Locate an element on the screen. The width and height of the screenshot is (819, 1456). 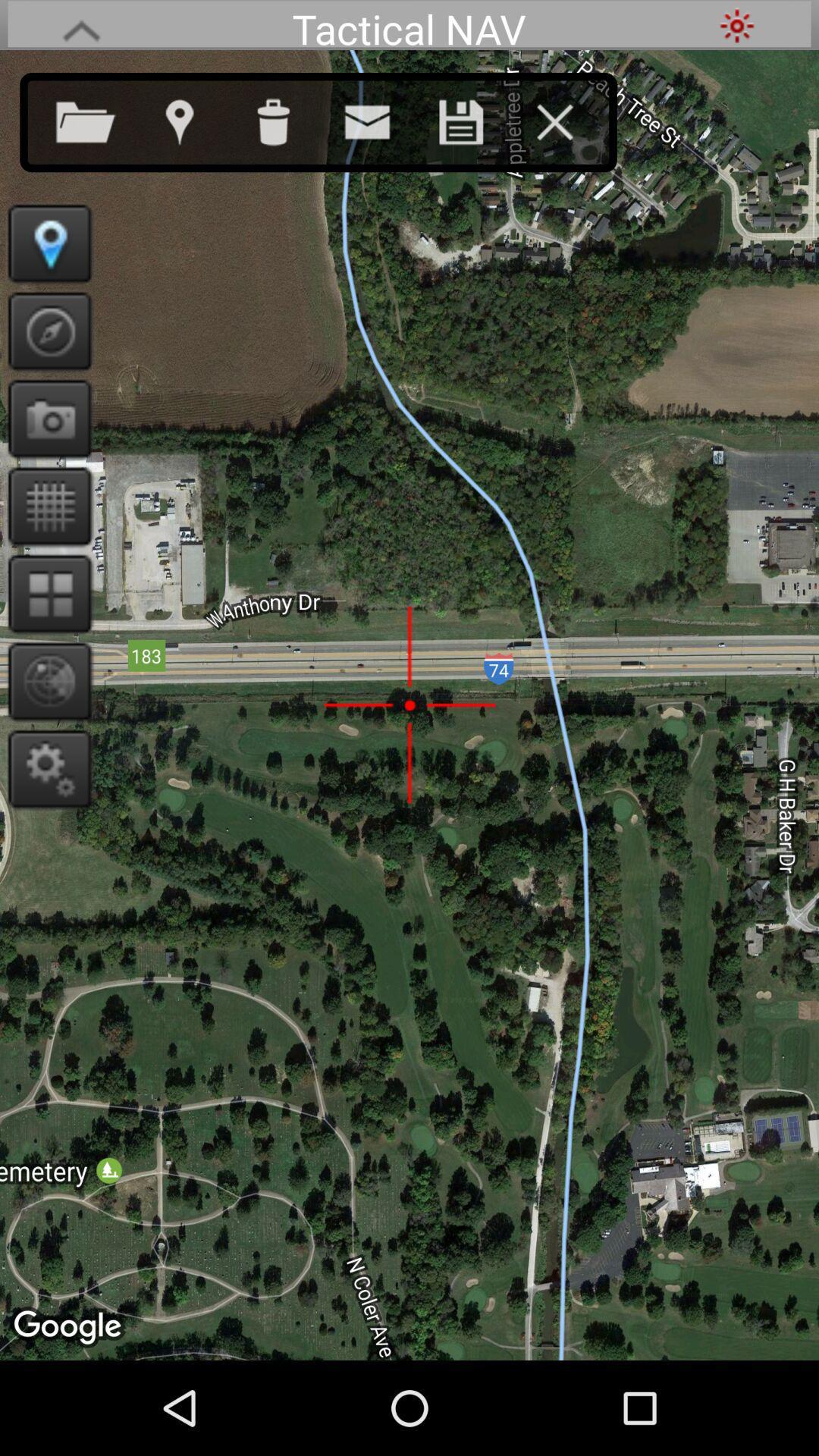
settings is located at coordinates (736, 25).